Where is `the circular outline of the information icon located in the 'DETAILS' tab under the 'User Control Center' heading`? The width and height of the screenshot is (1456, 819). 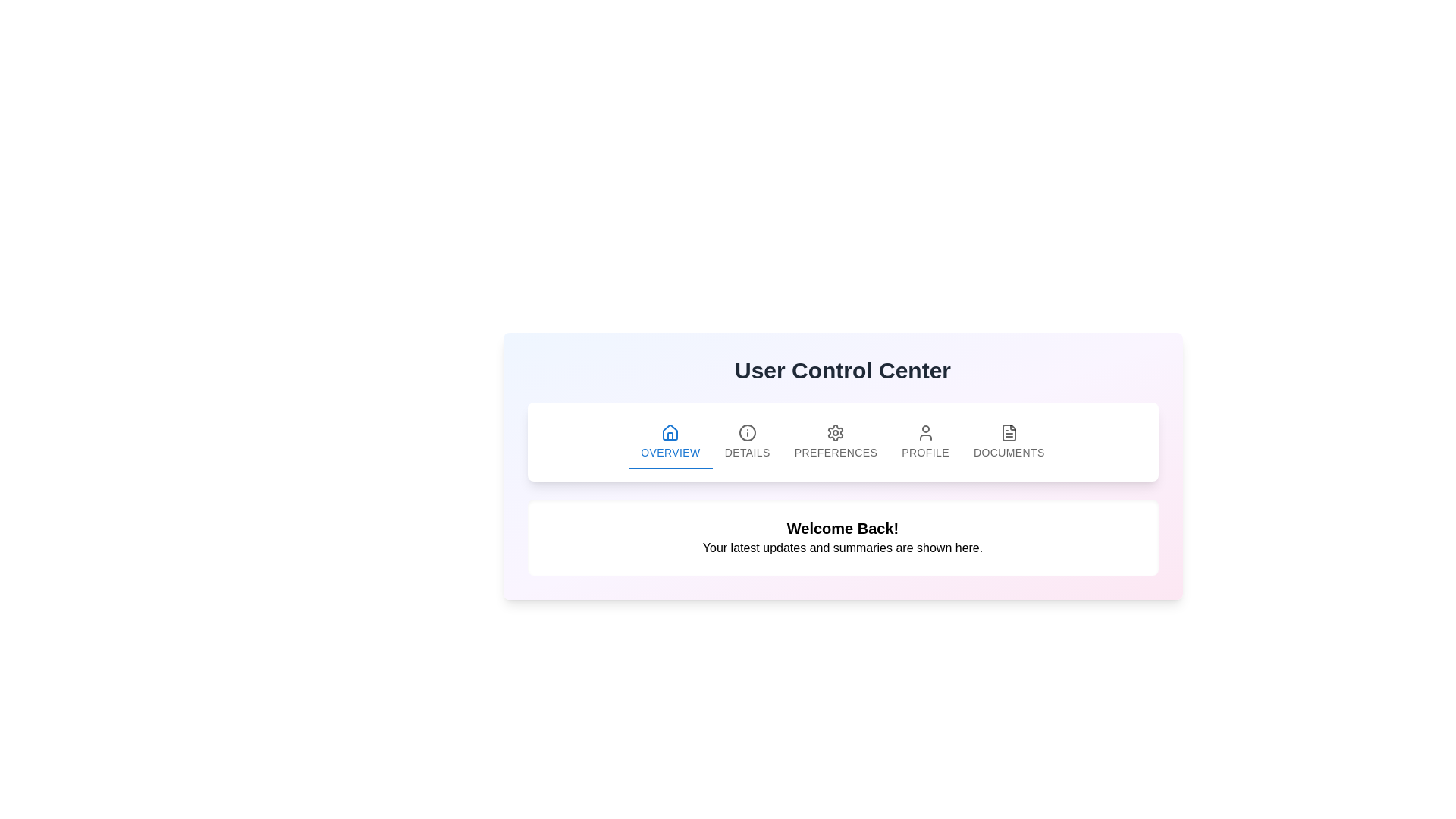
the circular outline of the information icon located in the 'DETAILS' tab under the 'User Control Center' heading is located at coordinates (747, 433).